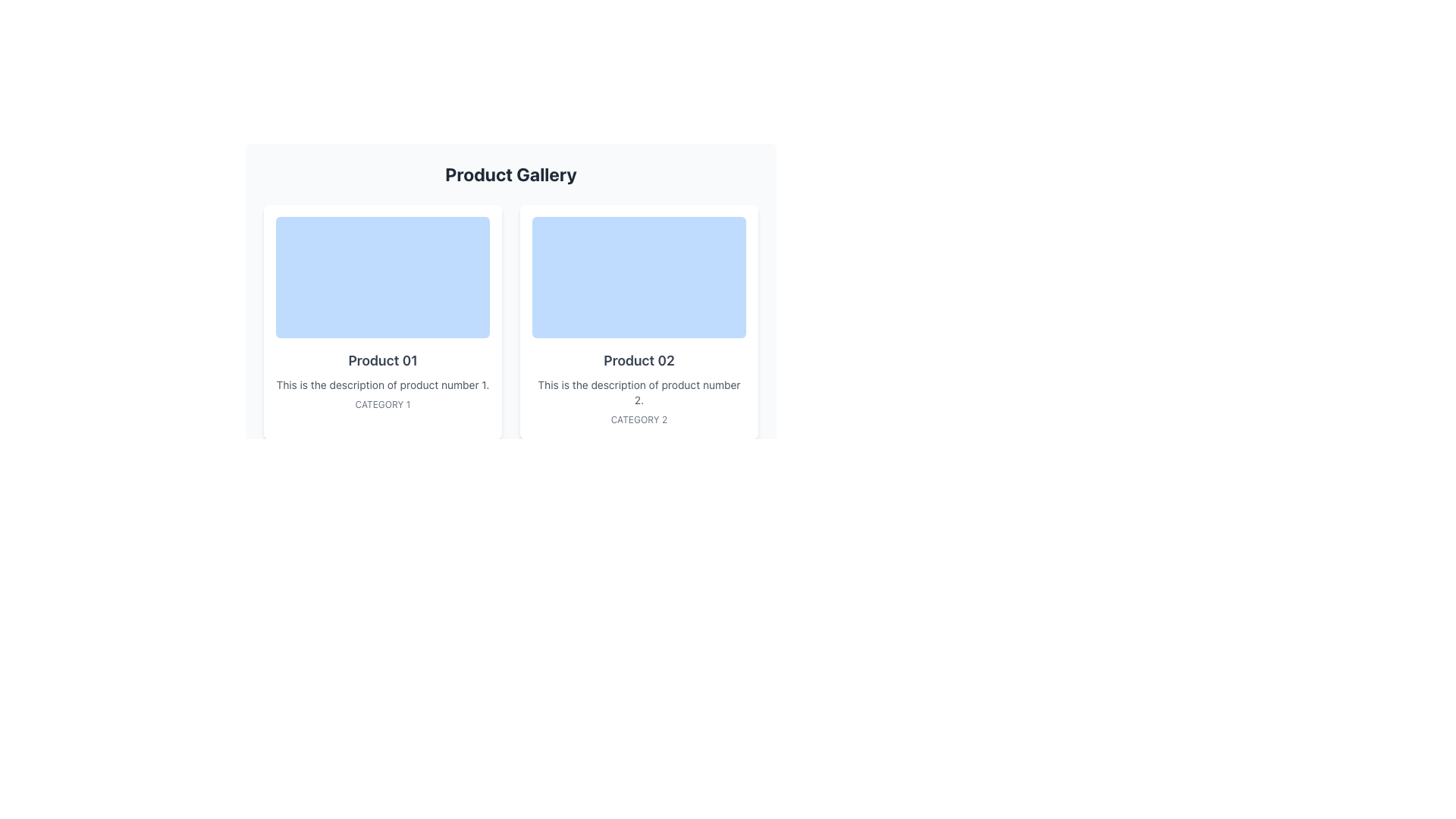  Describe the element at coordinates (639, 391) in the screenshot. I see `the descriptive text element that provides additional details about 'Product 02', located below the product title and above the category label` at that location.